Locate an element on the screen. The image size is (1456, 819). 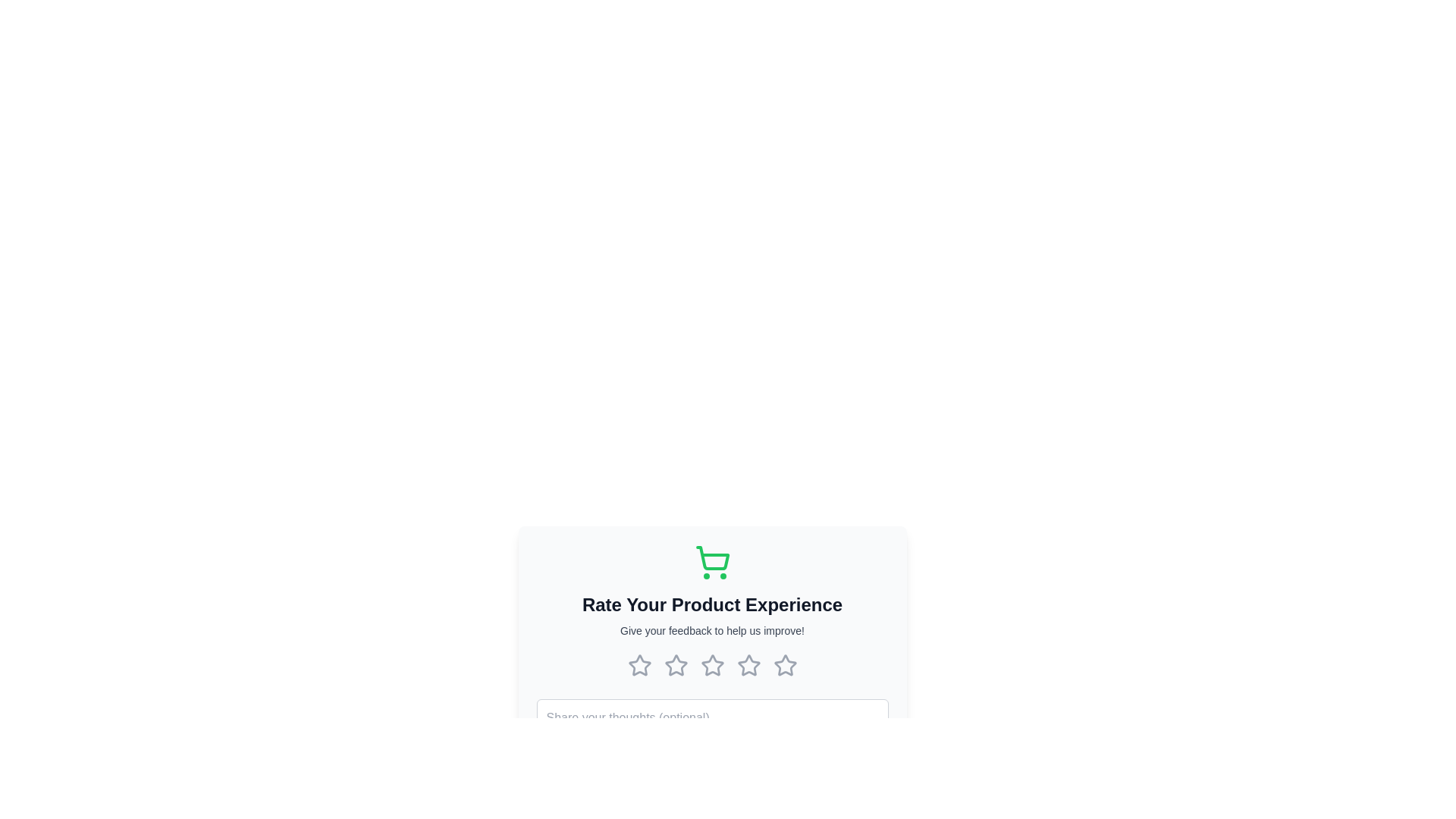
the third star icon in the rating input component is located at coordinates (711, 665).